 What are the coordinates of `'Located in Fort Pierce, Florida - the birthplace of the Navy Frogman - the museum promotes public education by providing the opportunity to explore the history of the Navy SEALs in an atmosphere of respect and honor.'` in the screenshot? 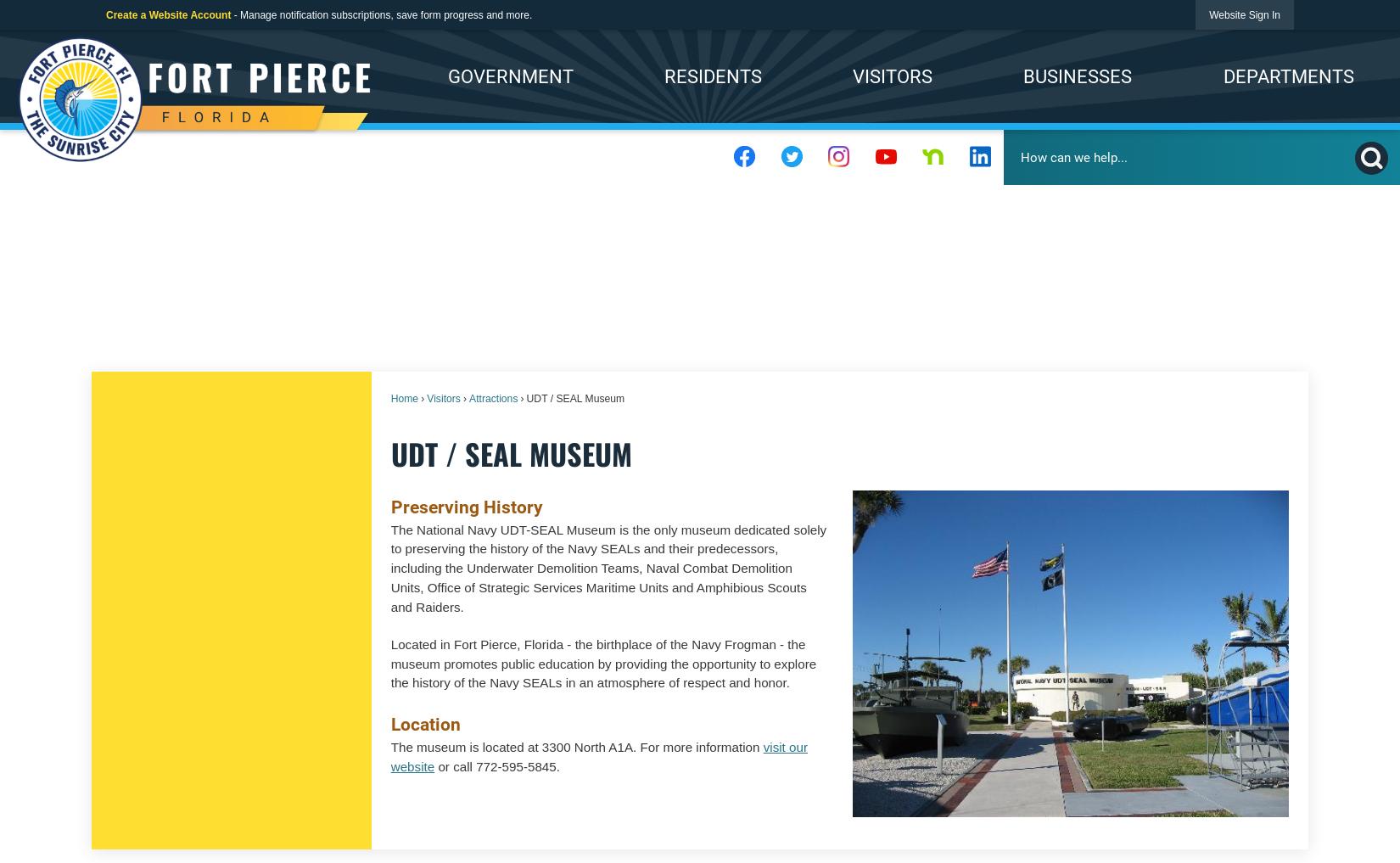 It's located at (602, 663).